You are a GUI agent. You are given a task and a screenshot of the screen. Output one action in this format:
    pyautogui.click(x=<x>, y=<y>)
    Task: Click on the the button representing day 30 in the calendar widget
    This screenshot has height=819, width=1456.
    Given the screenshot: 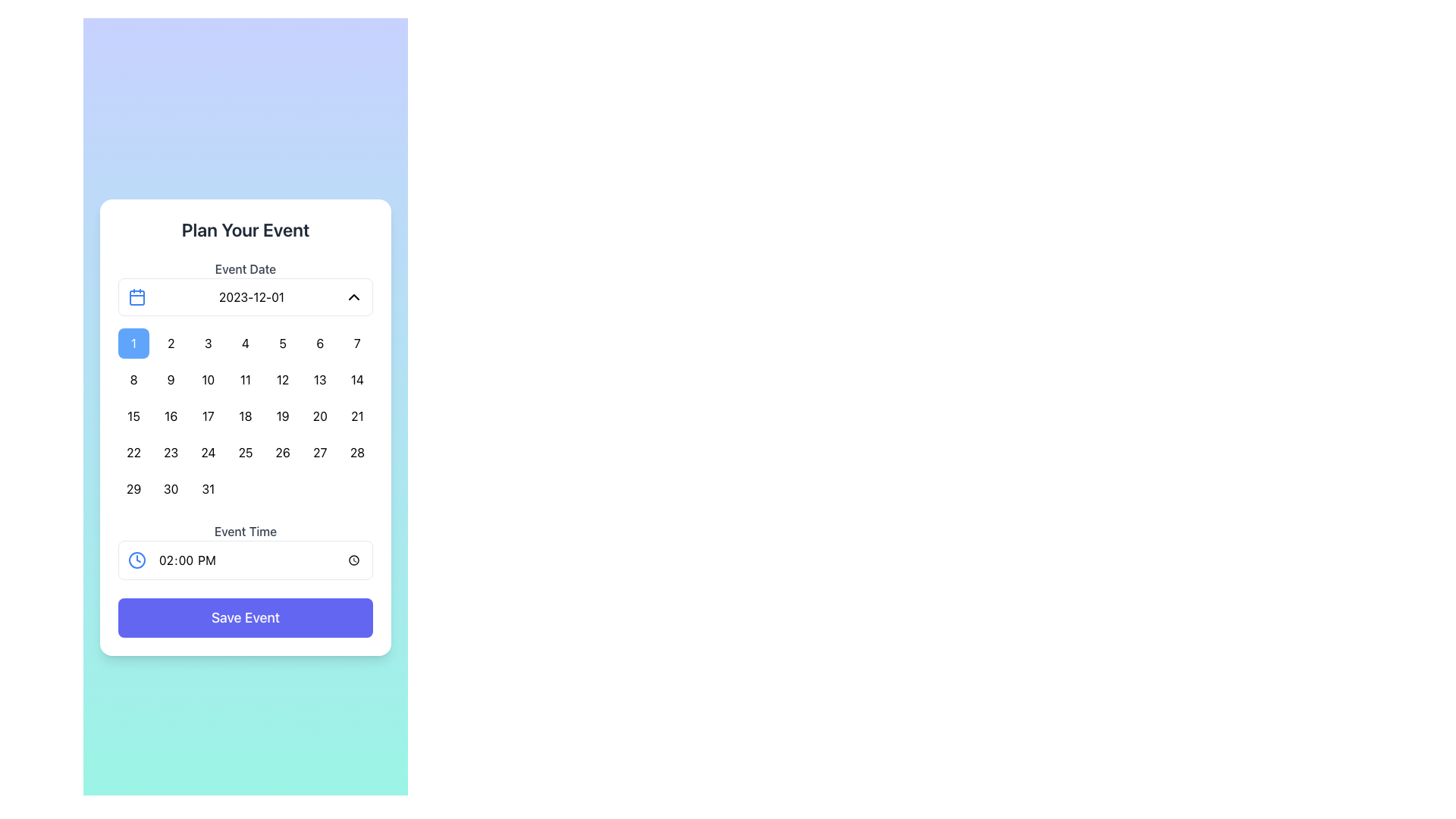 What is the action you would take?
    pyautogui.click(x=171, y=488)
    